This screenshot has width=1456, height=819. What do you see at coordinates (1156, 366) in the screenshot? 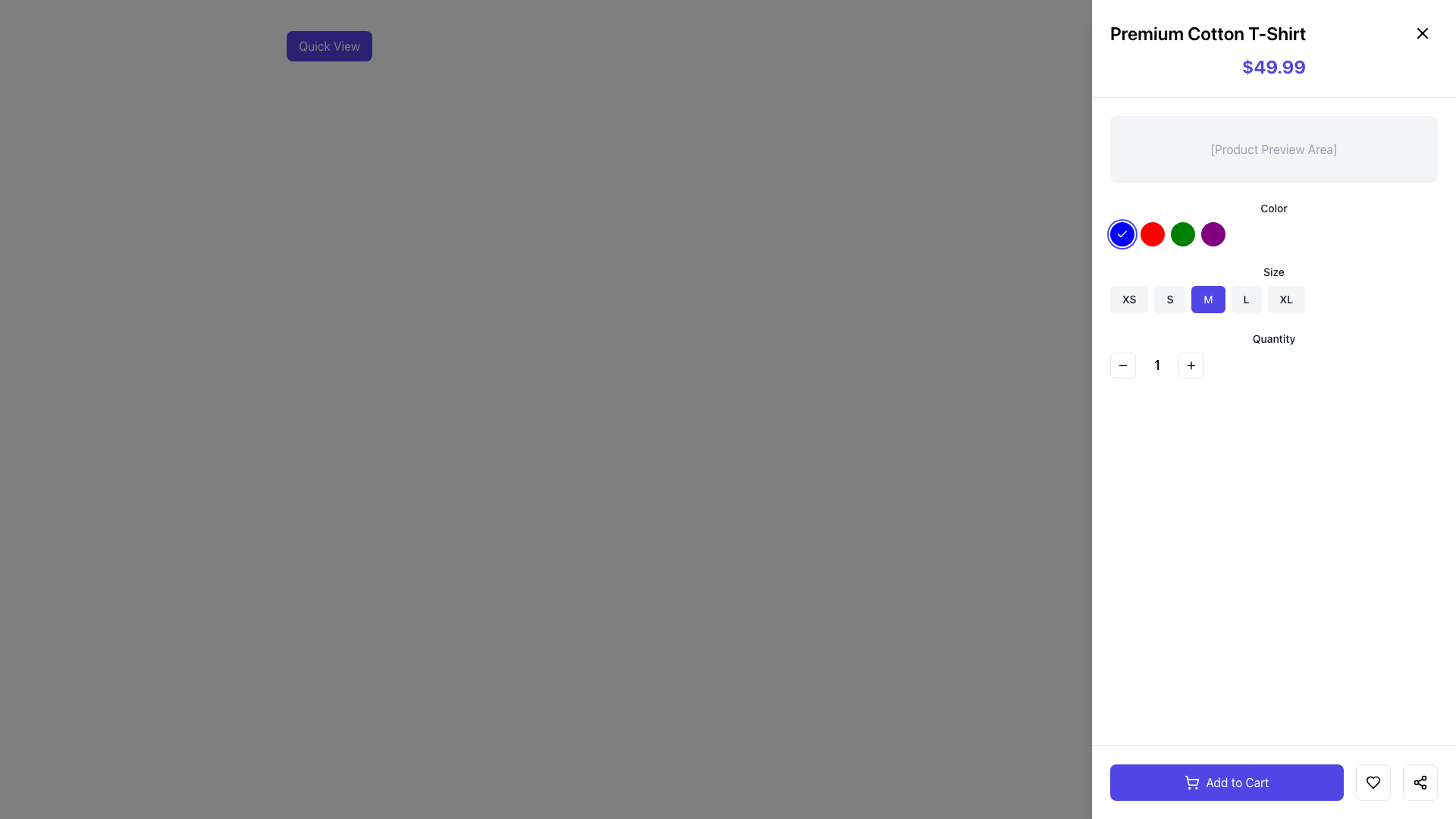
I see `the text label displaying the quantity` at bounding box center [1156, 366].